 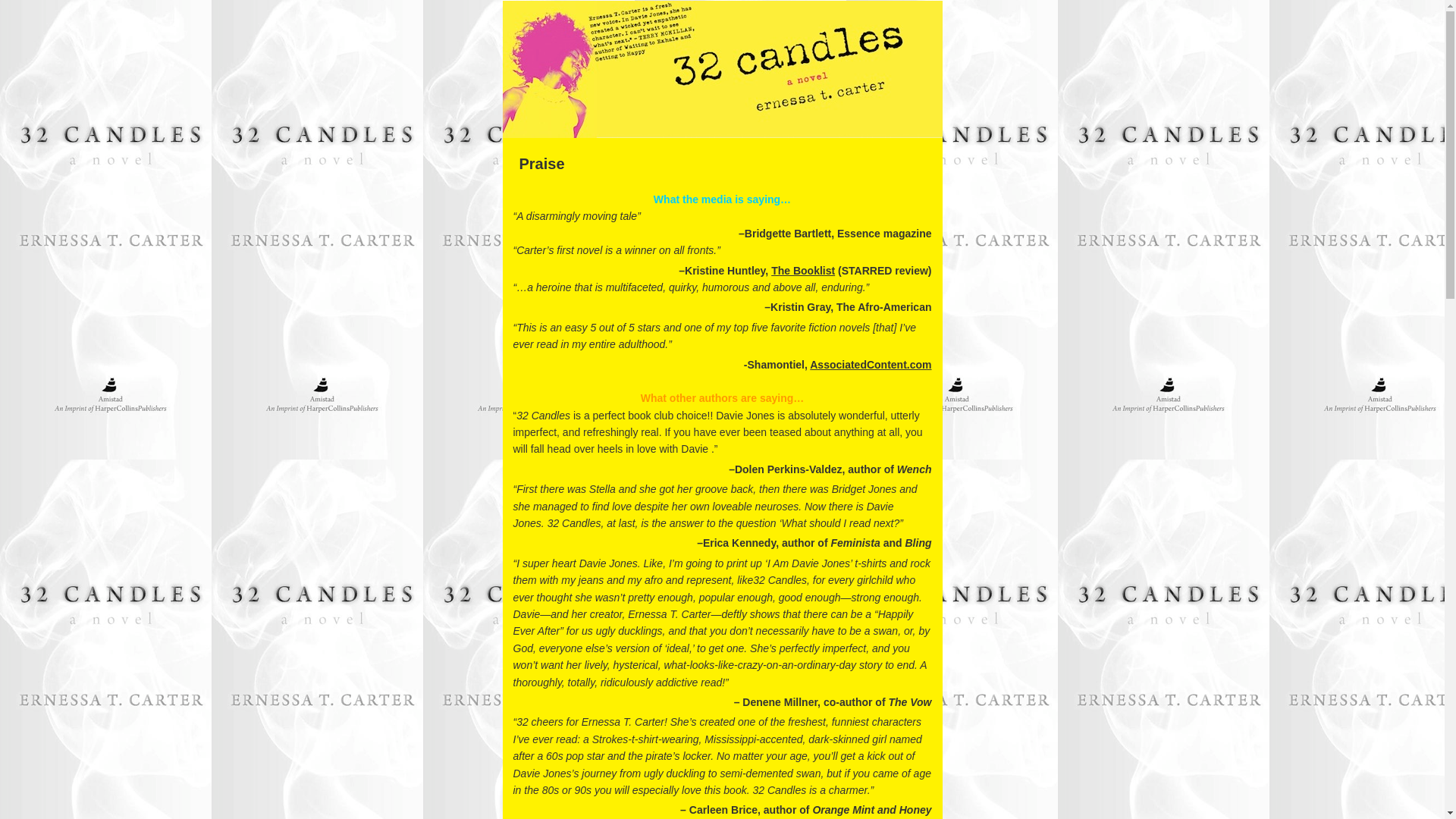 I want to click on 'AssociatedContent.com', so click(x=809, y=365).